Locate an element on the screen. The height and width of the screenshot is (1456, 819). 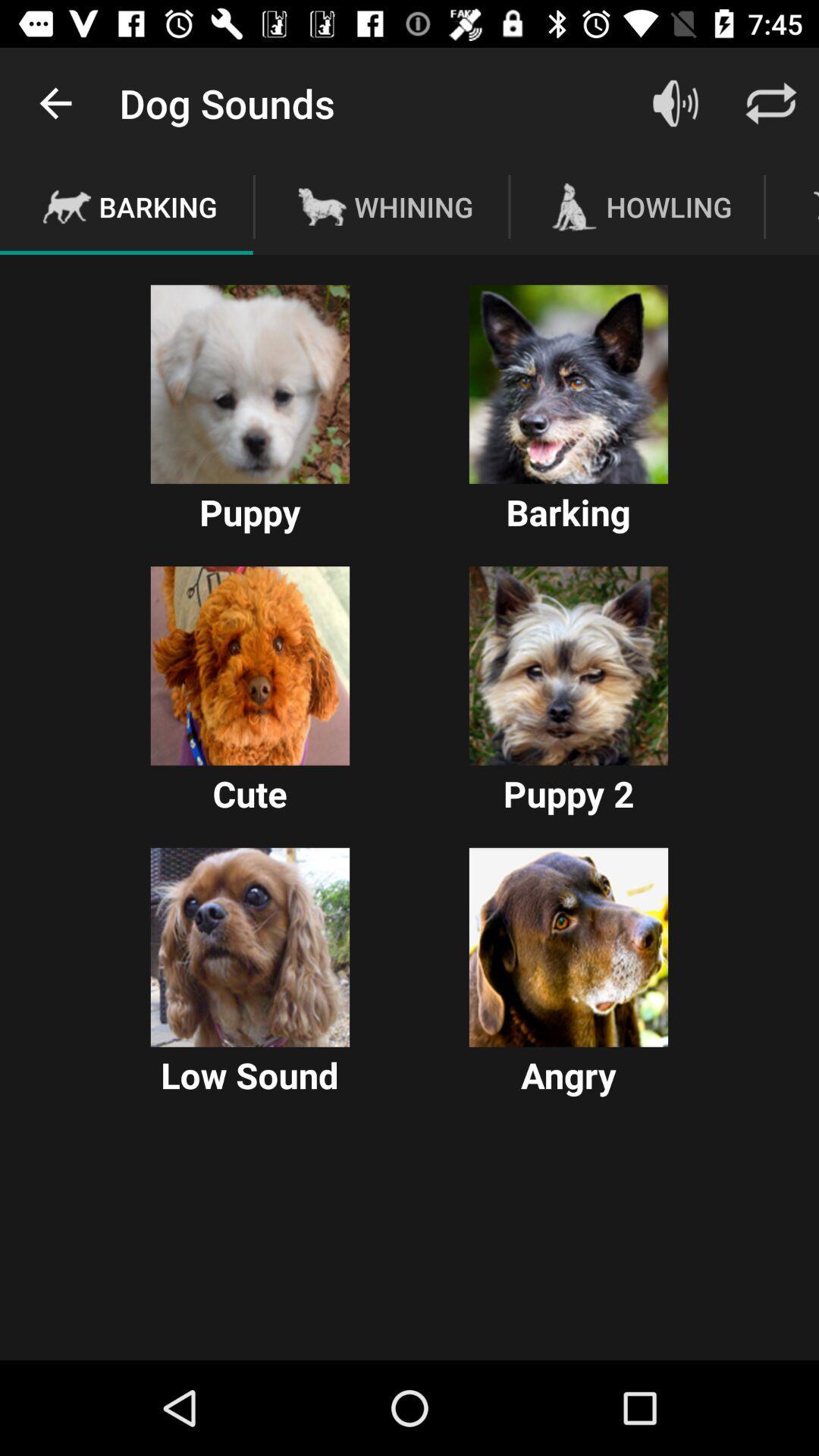
tells user the sound it will make is located at coordinates (568, 384).